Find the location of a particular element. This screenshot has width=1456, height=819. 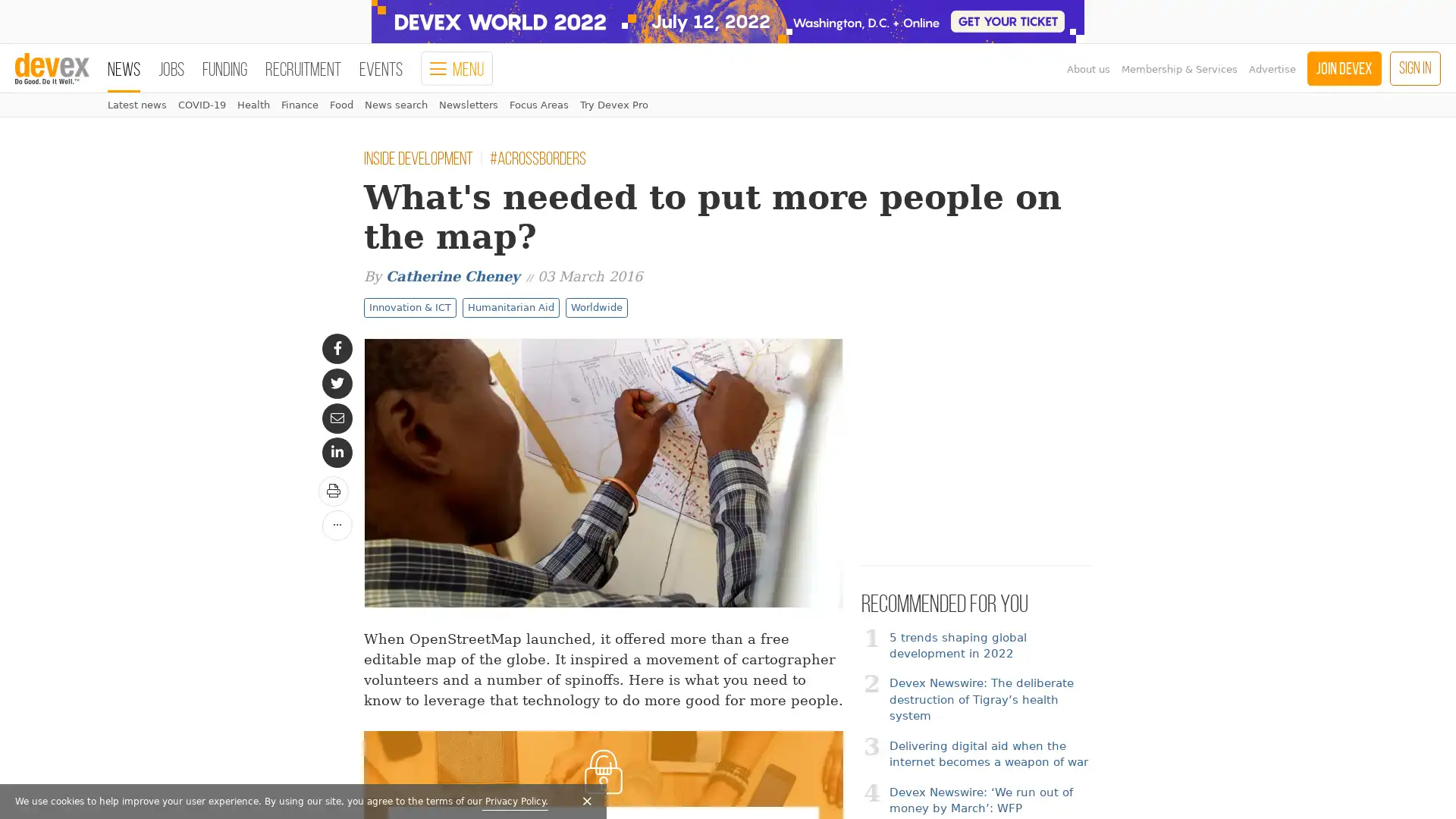

Menu is located at coordinates (456, 68).